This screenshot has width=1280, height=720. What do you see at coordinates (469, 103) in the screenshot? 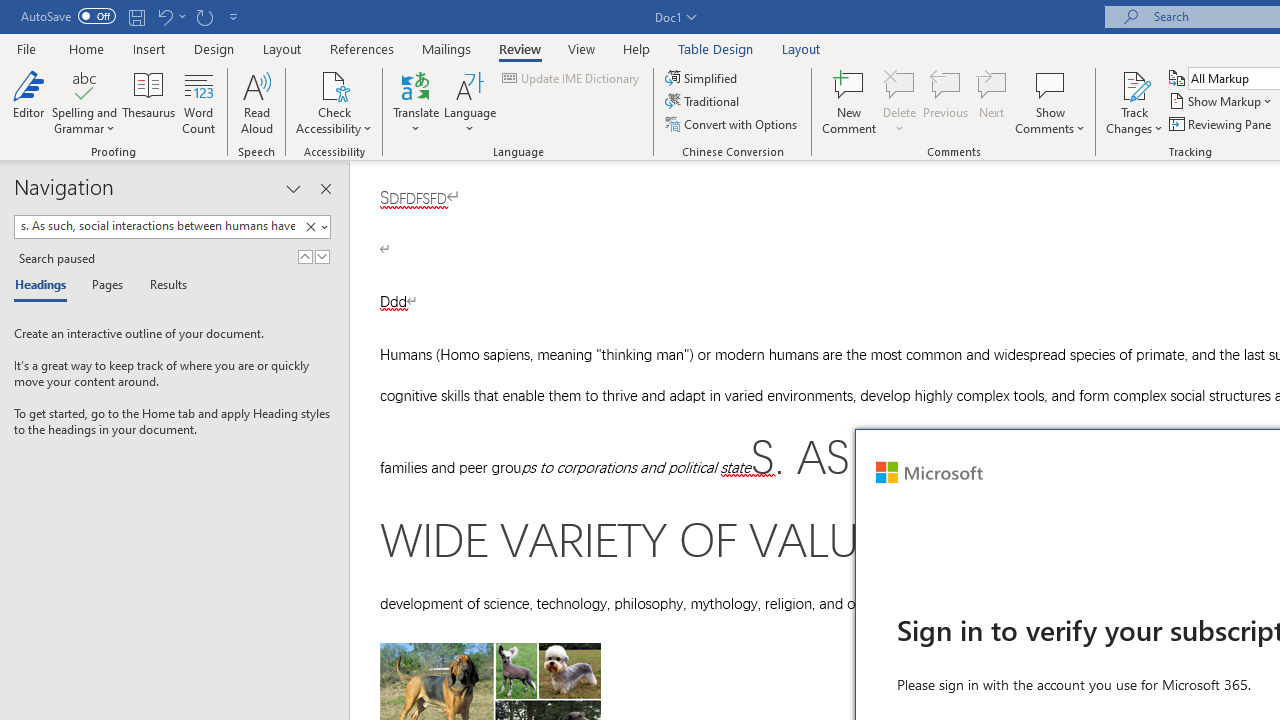
I see `'Language'` at bounding box center [469, 103].